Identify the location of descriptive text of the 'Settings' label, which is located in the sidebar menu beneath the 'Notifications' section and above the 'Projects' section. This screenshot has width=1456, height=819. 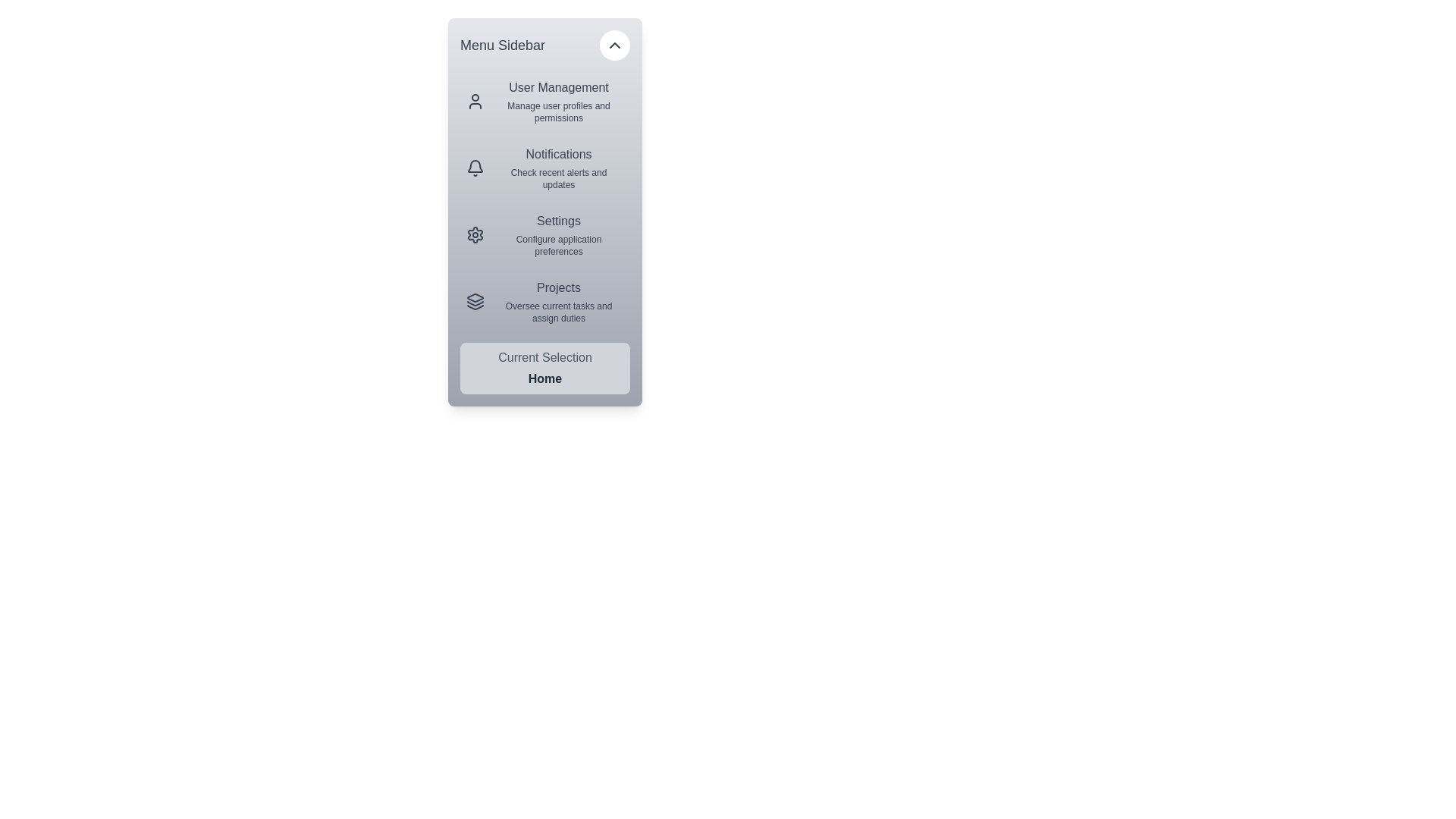
(558, 234).